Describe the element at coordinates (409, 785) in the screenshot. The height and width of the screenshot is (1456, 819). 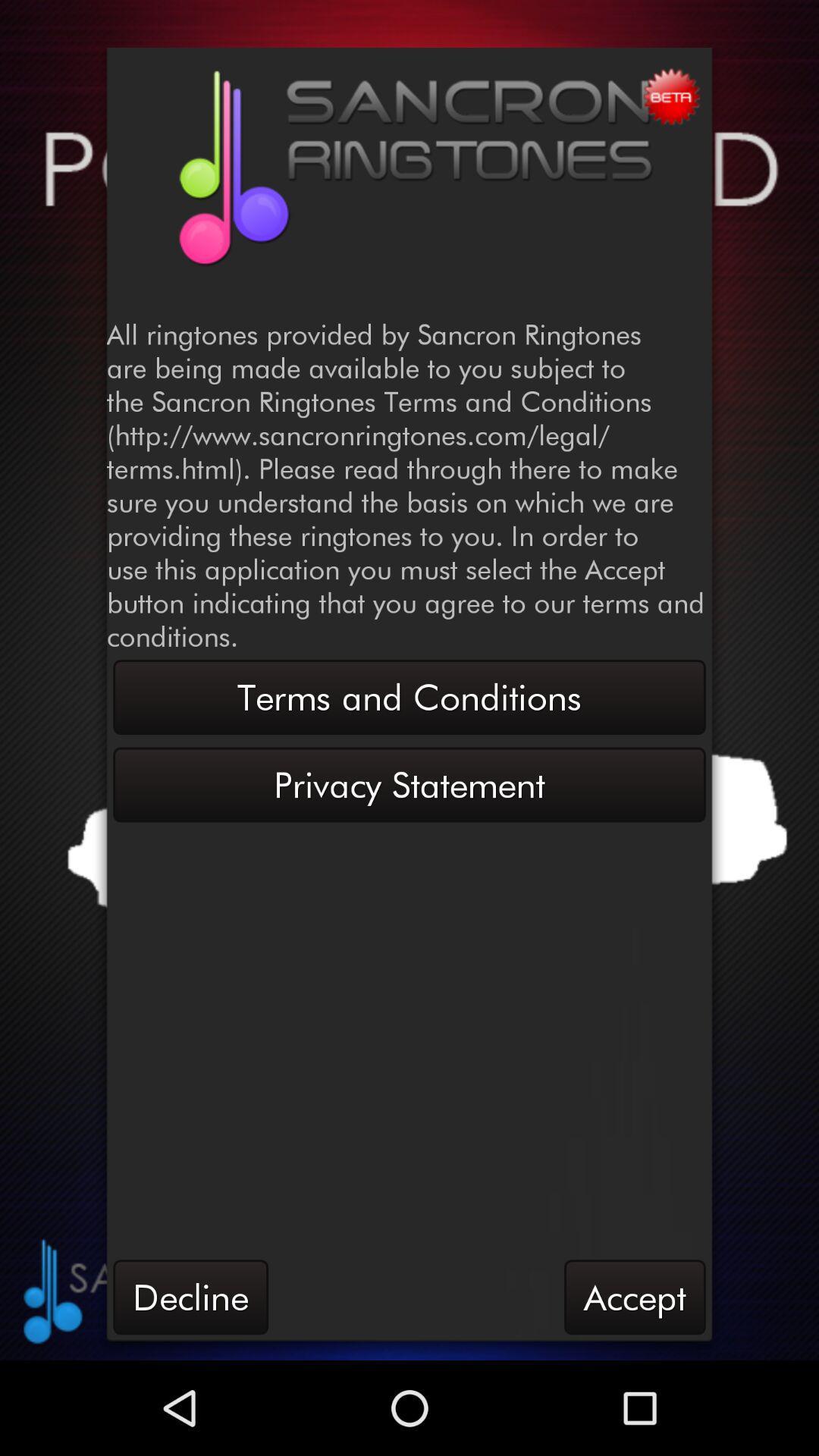
I see `the privacy statement item` at that location.